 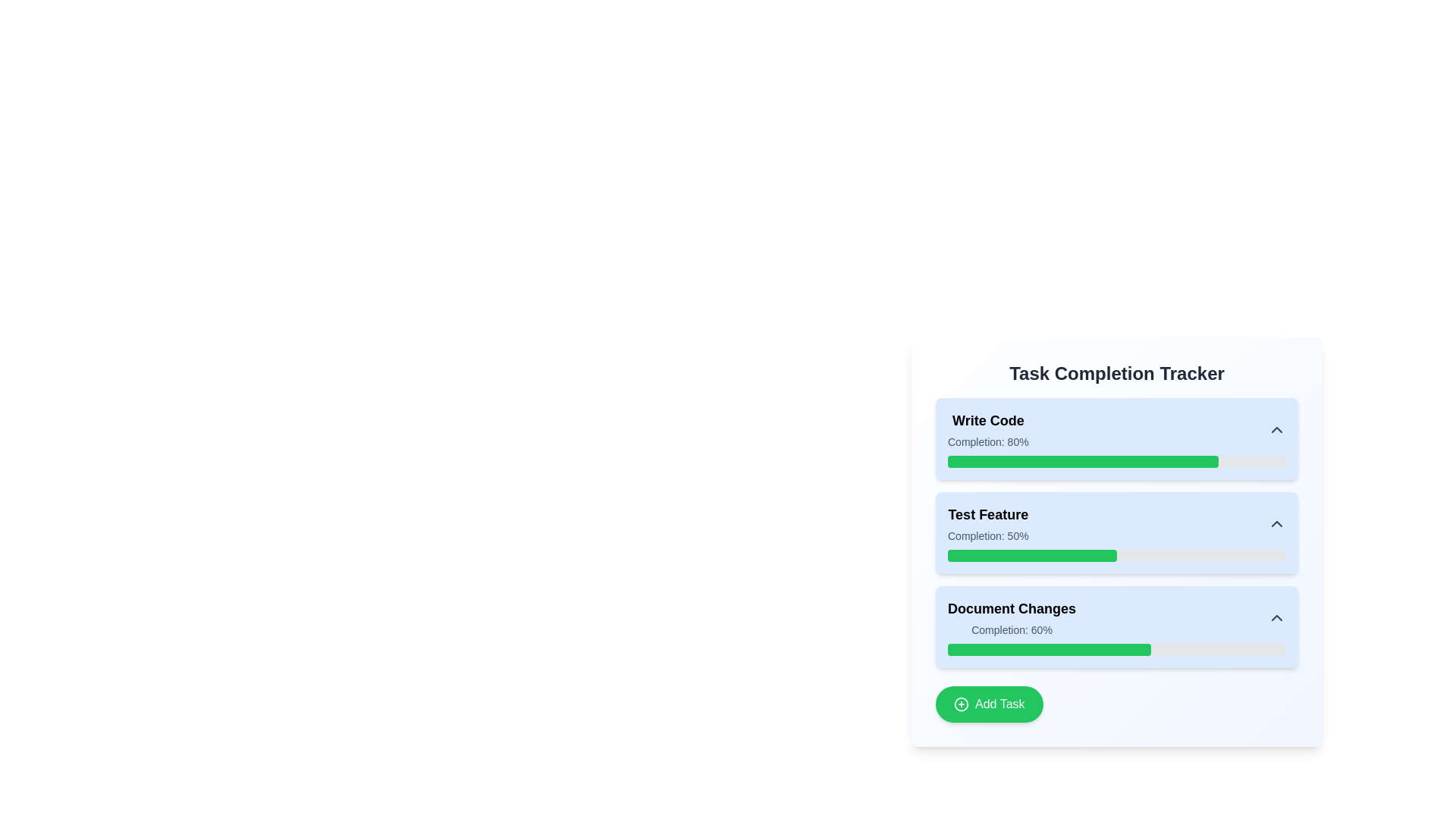 What do you see at coordinates (989, 704) in the screenshot?
I see `the green 'Add Task' button located at the bottom-center of the task card` at bounding box center [989, 704].